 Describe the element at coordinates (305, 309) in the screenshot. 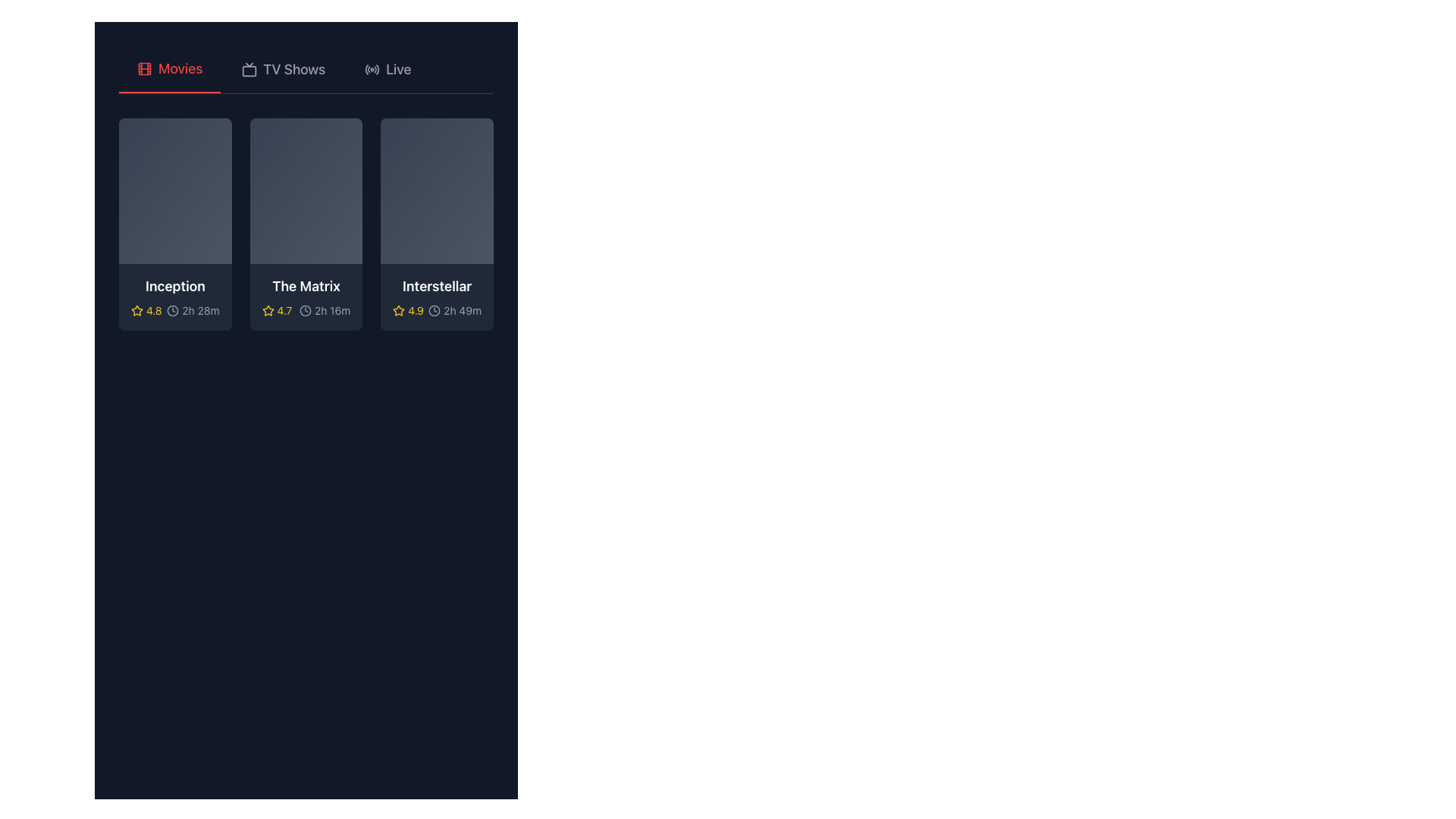

I see `the time icon representing the movie 'The Matrix', located to the left of the runtime text '2h 16m' and right of the star rating` at that location.